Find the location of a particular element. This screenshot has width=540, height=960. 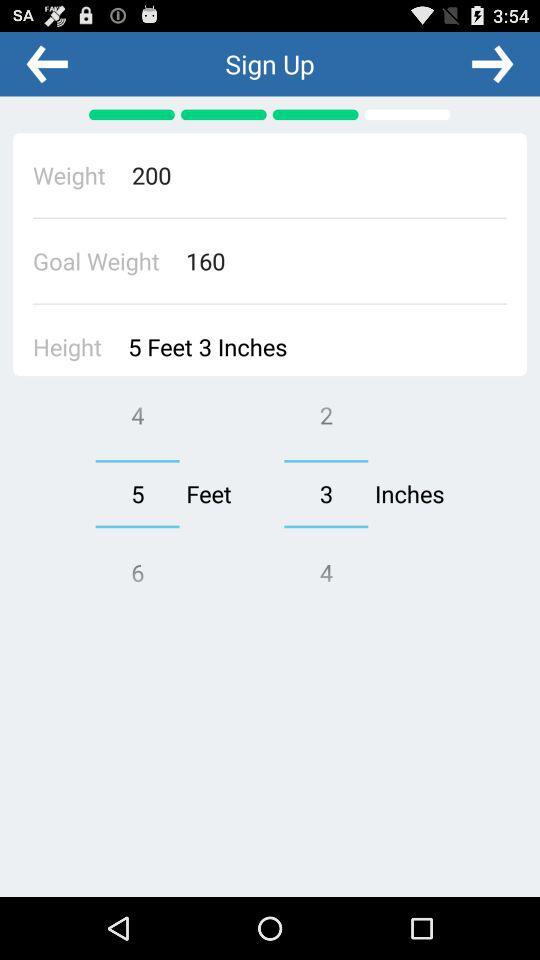

continue to next page is located at coordinates (491, 63).